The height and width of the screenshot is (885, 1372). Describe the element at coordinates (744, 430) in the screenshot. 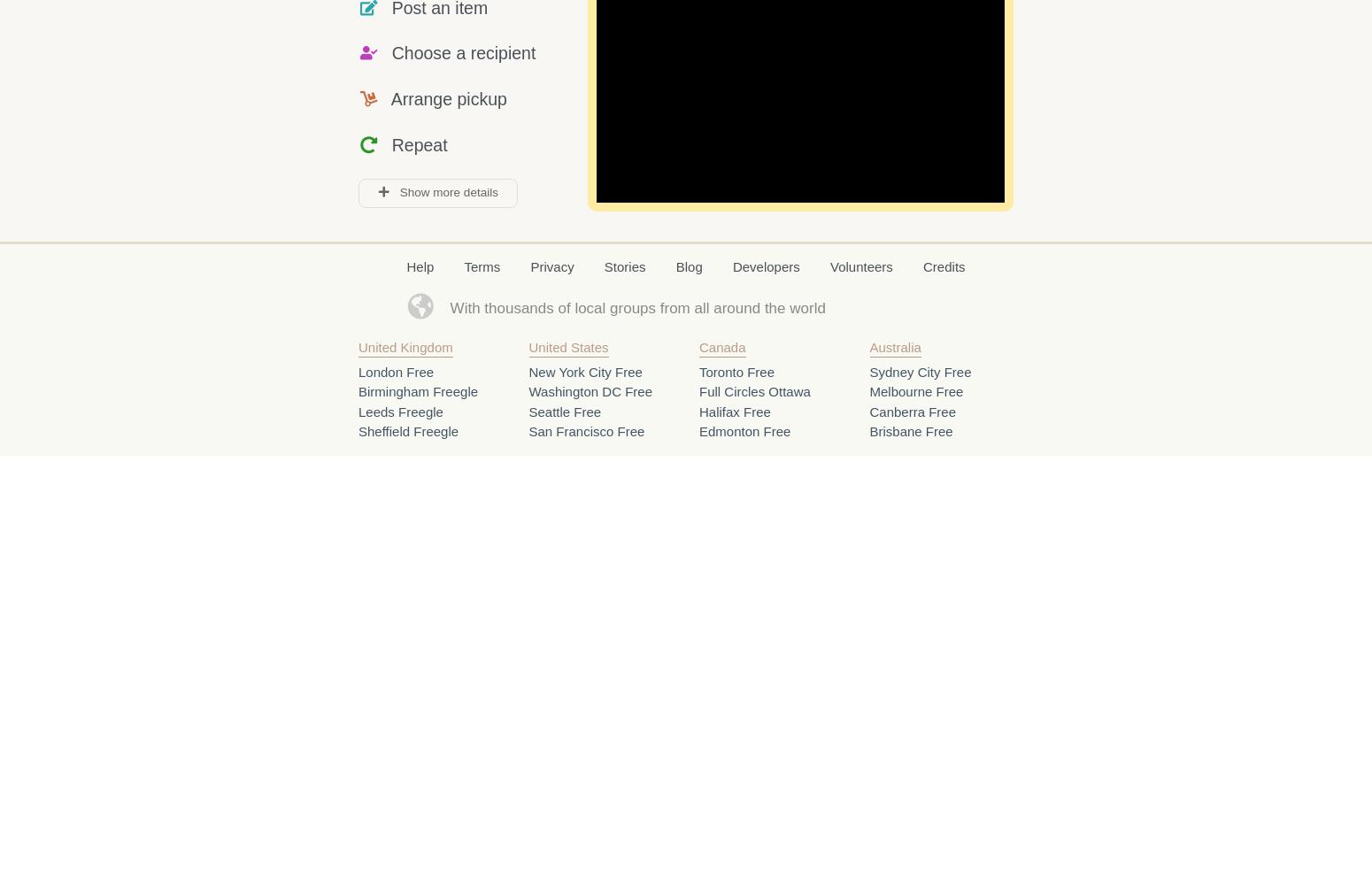

I see `'Edmonton Free'` at that location.